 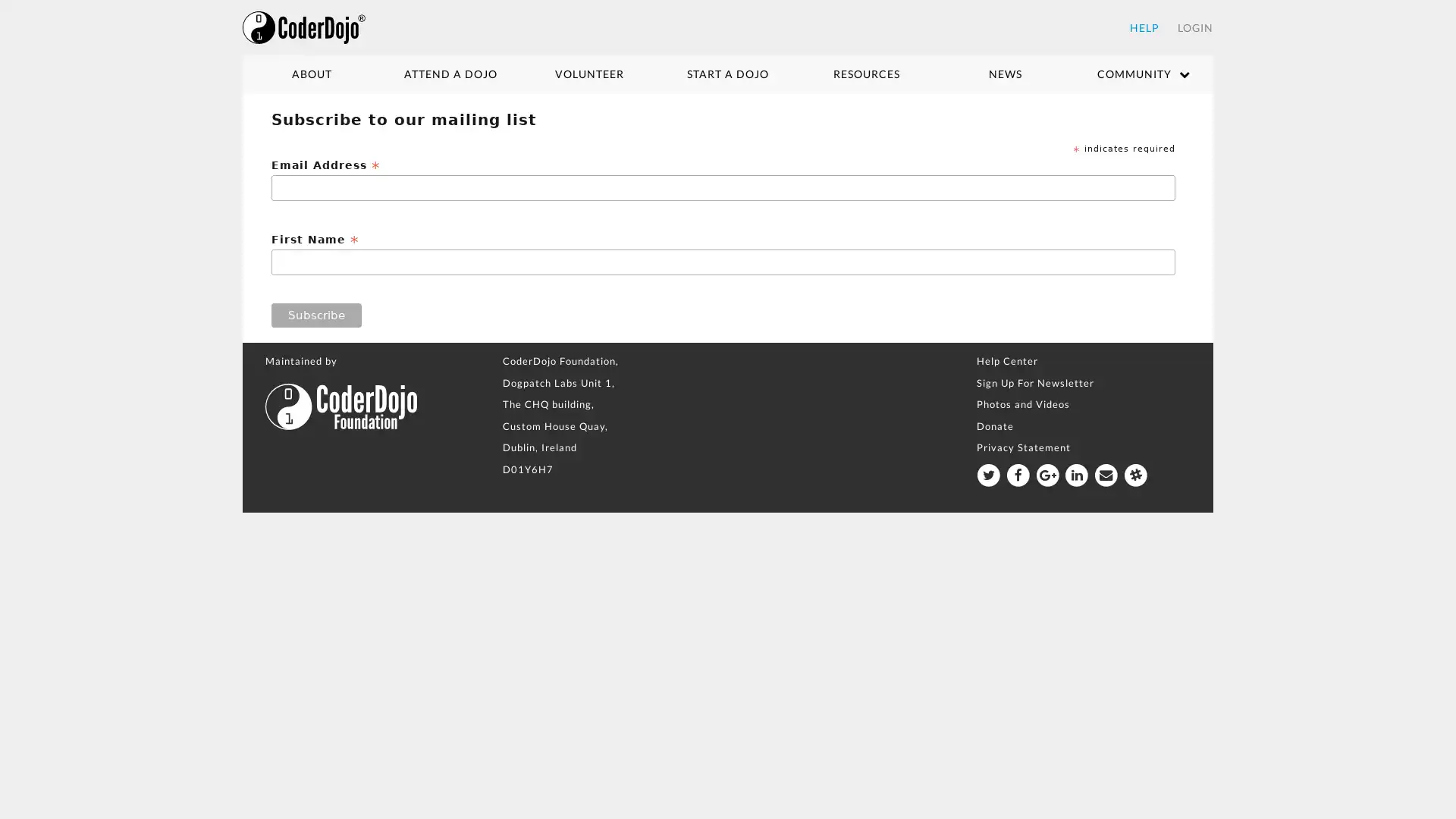 What do you see at coordinates (315, 315) in the screenshot?
I see `Subscribe` at bounding box center [315, 315].